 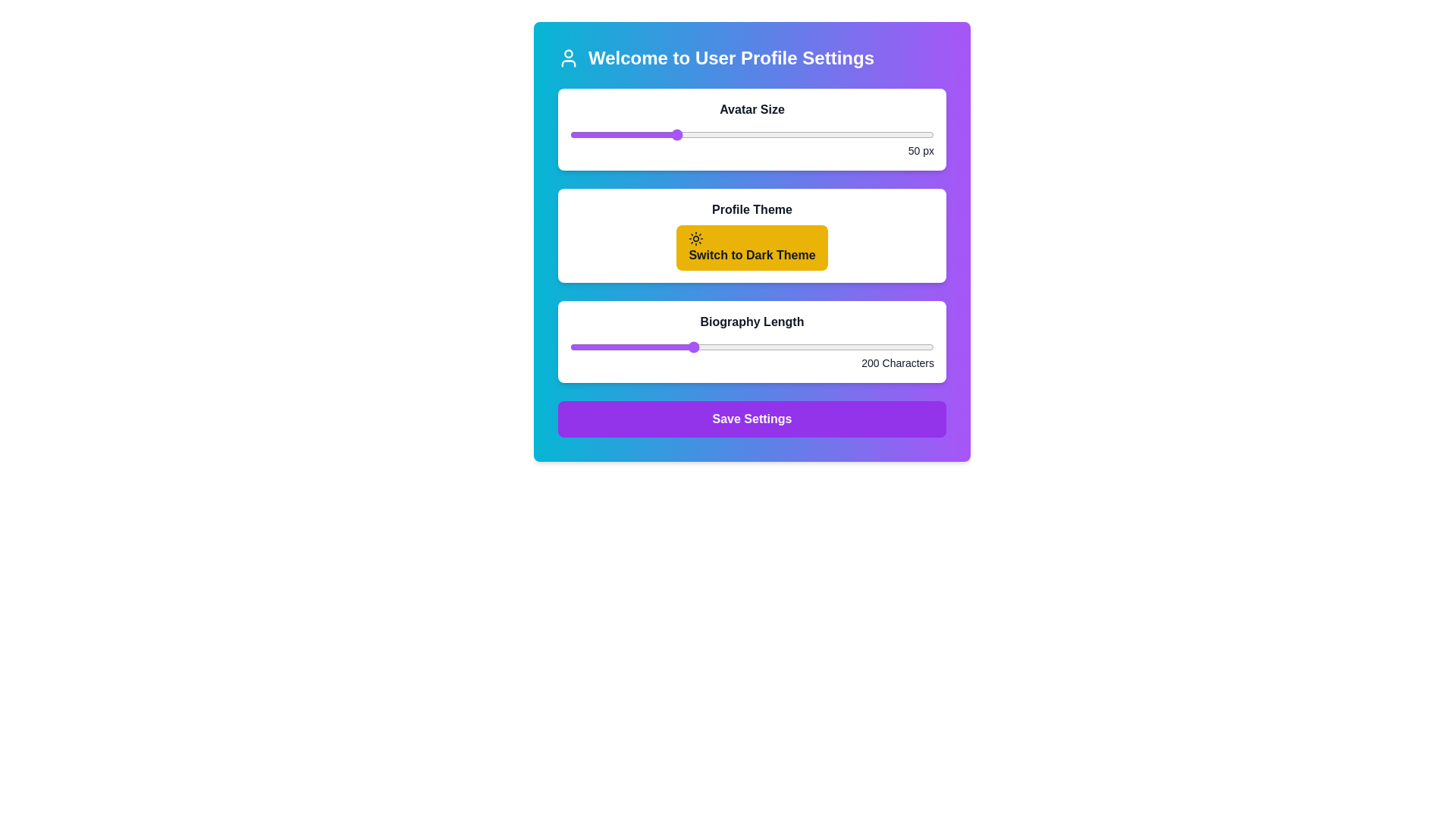 What do you see at coordinates (928, 133) in the screenshot?
I see `avatar size` at bounding box center [928, 133].